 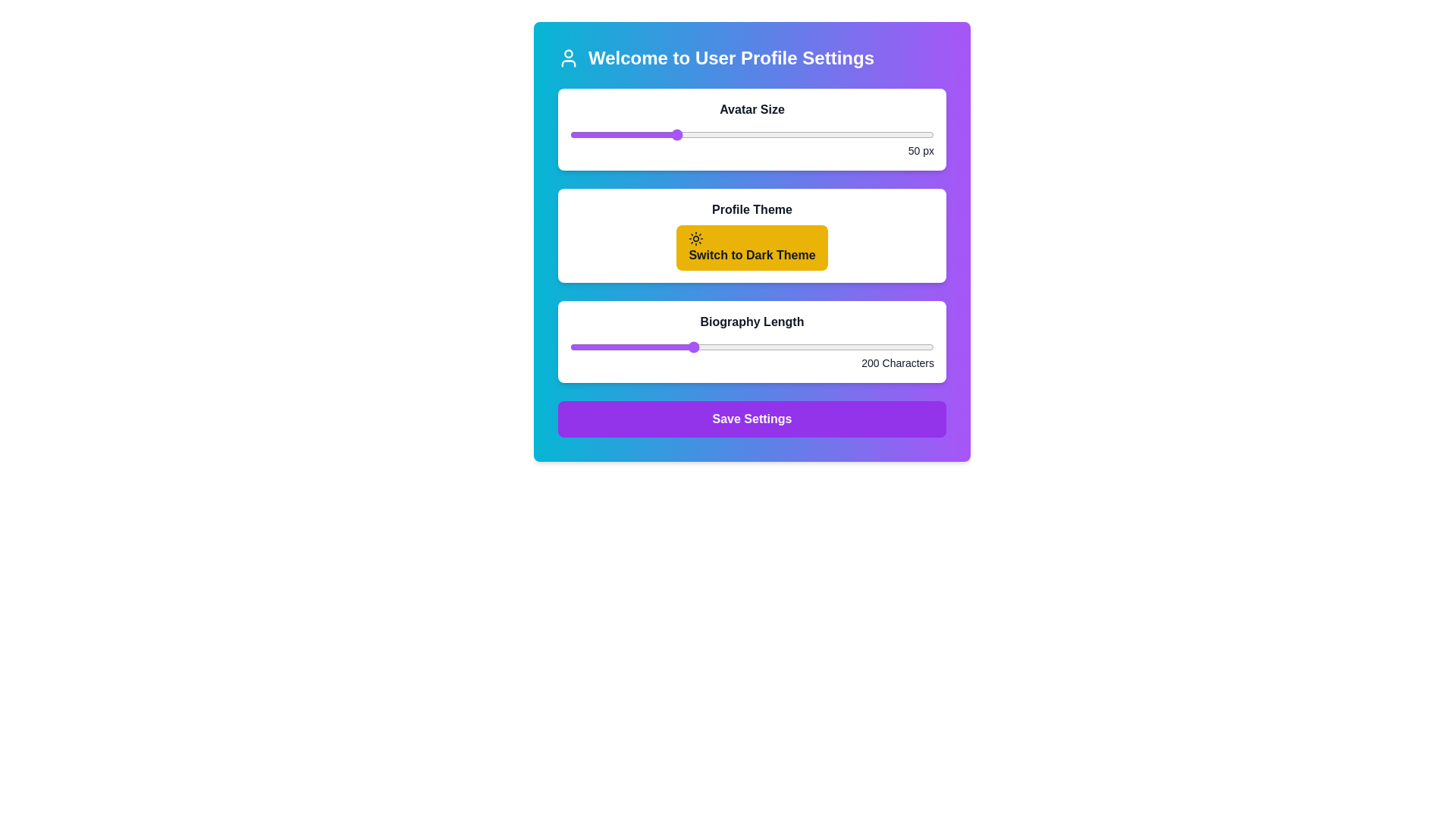 What do you see at coordinates (928, 133) in the screenshot?
I see `avatar size` at bounding box center [928, 133].